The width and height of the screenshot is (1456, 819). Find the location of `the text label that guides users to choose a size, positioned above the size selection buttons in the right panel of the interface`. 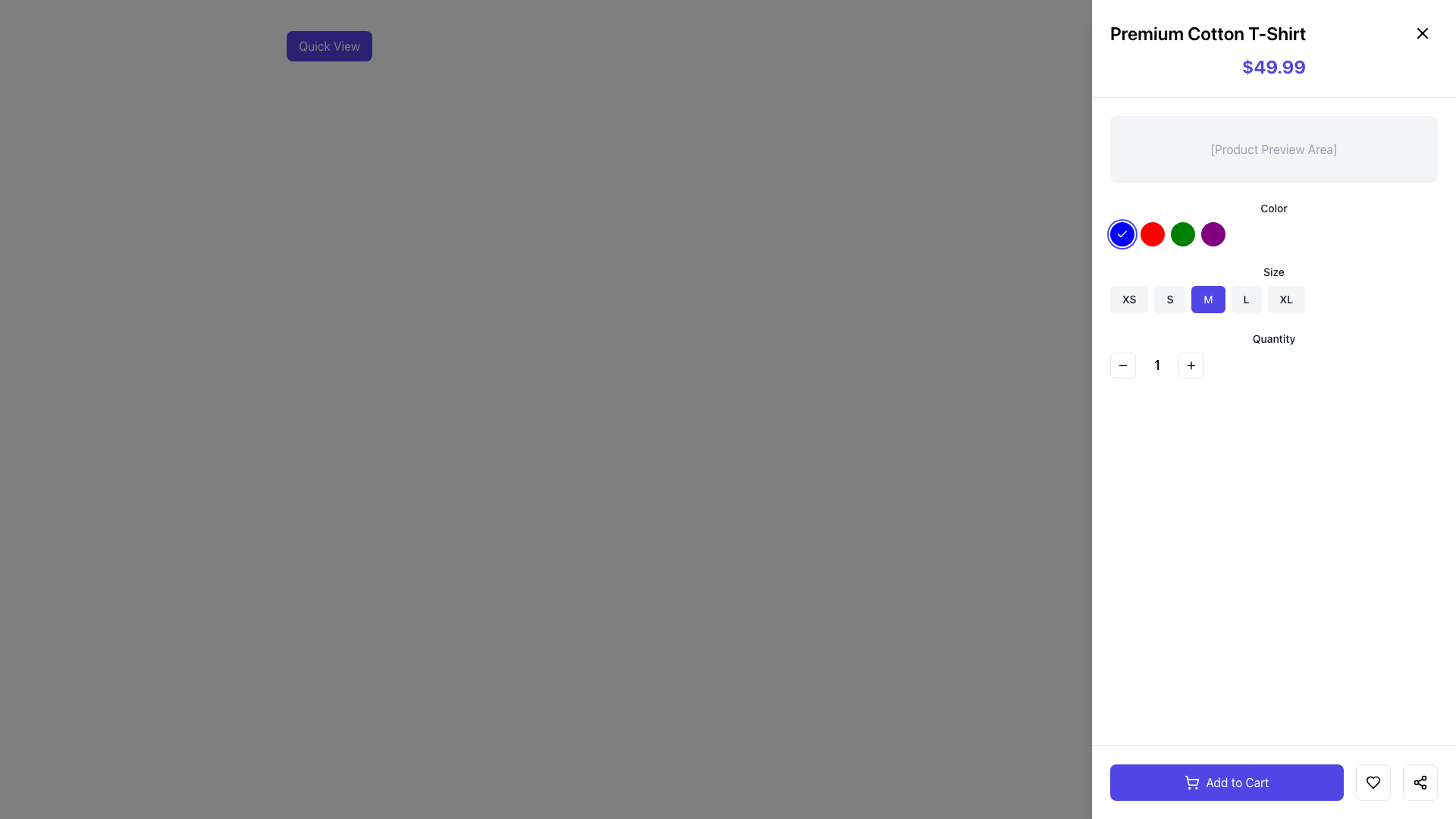

the text label that guides users to choose a size, positioned above the size selection buttons in the right panel of the interface is located at coordinates (1274, 271).